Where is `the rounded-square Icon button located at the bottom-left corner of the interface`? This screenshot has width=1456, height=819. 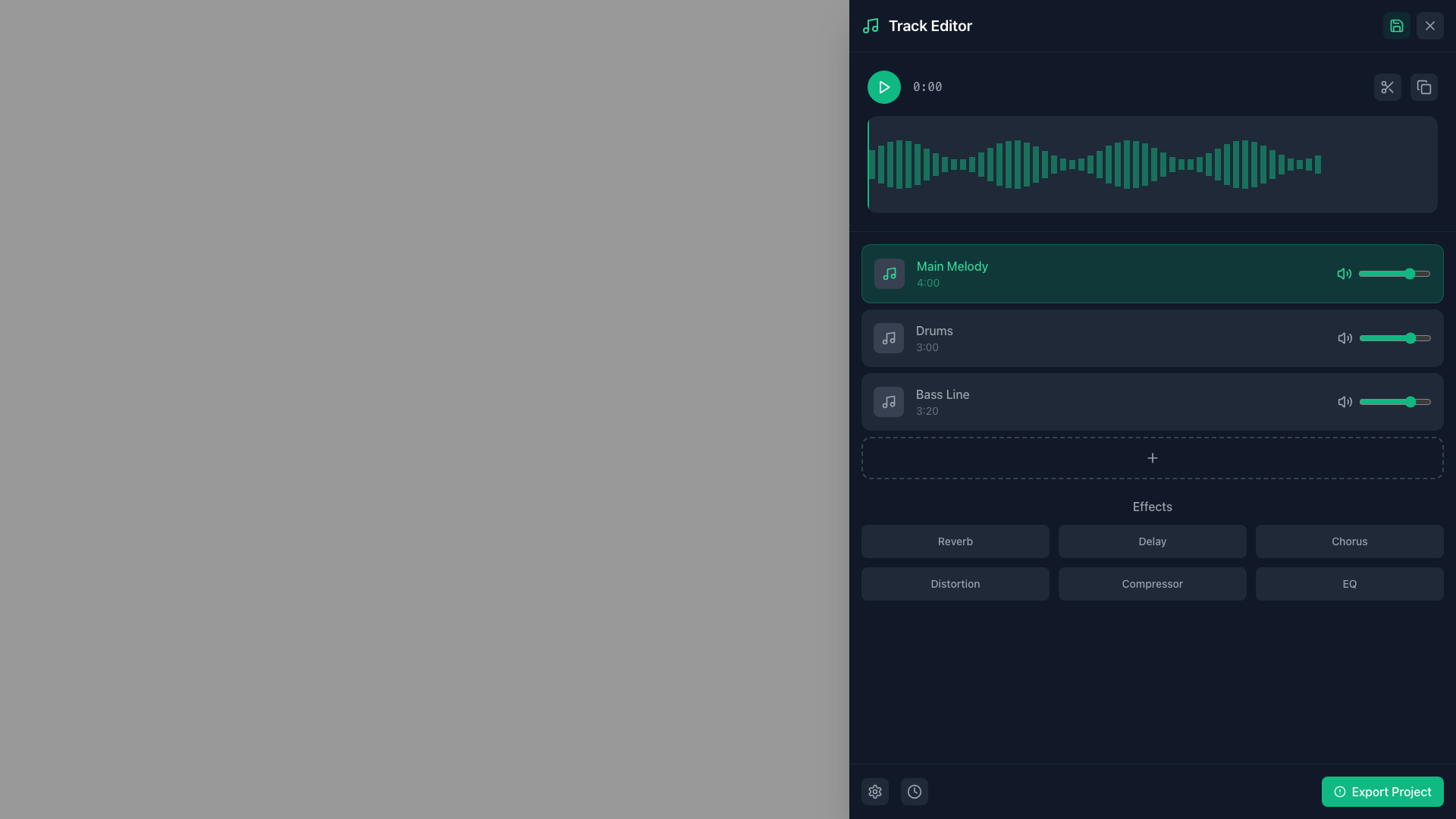
the rounded-square Icon button located at the bottom-left corner of the interface is located at coordinates (874, 791).